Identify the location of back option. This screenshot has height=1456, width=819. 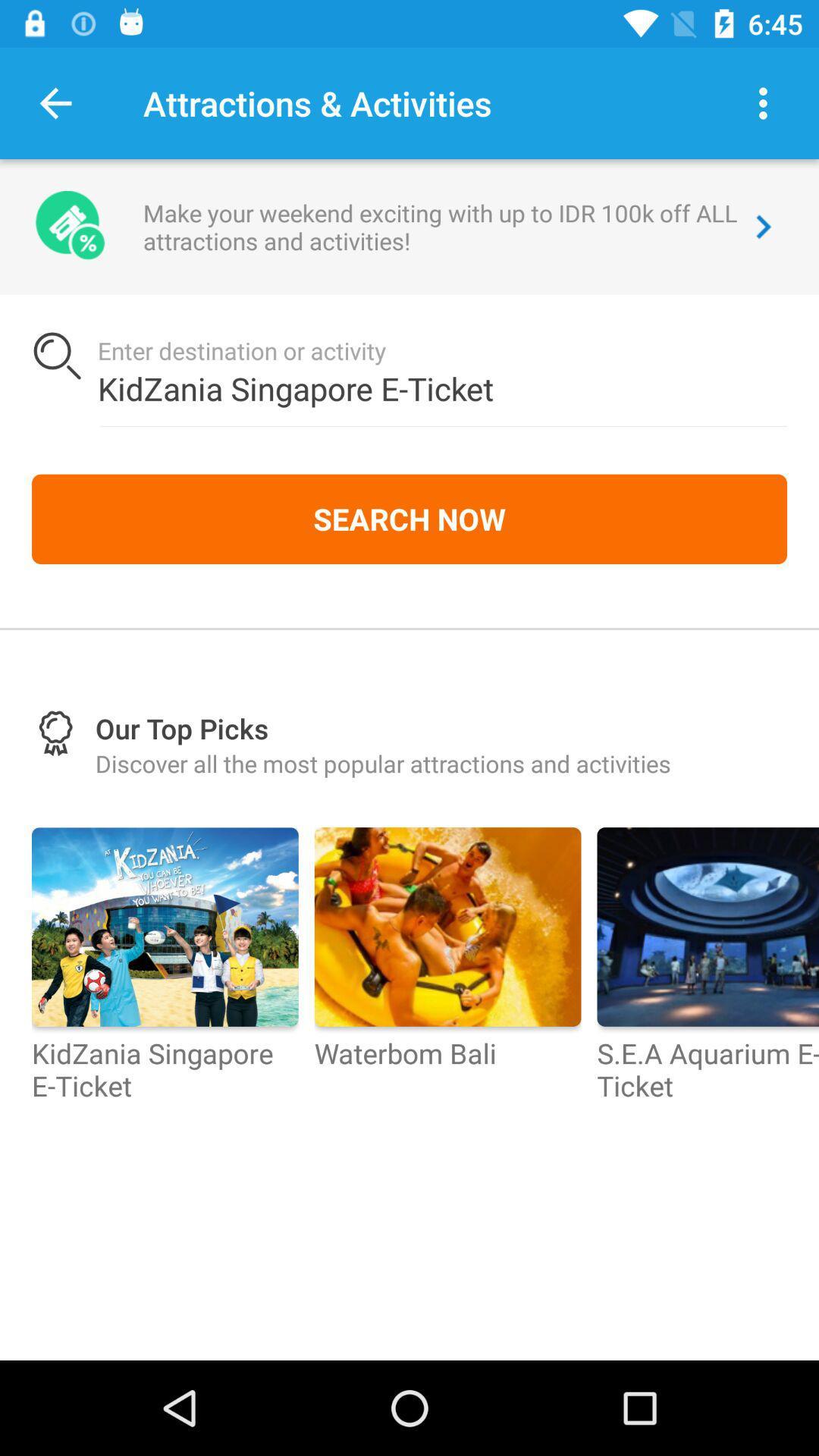
(55, 102).